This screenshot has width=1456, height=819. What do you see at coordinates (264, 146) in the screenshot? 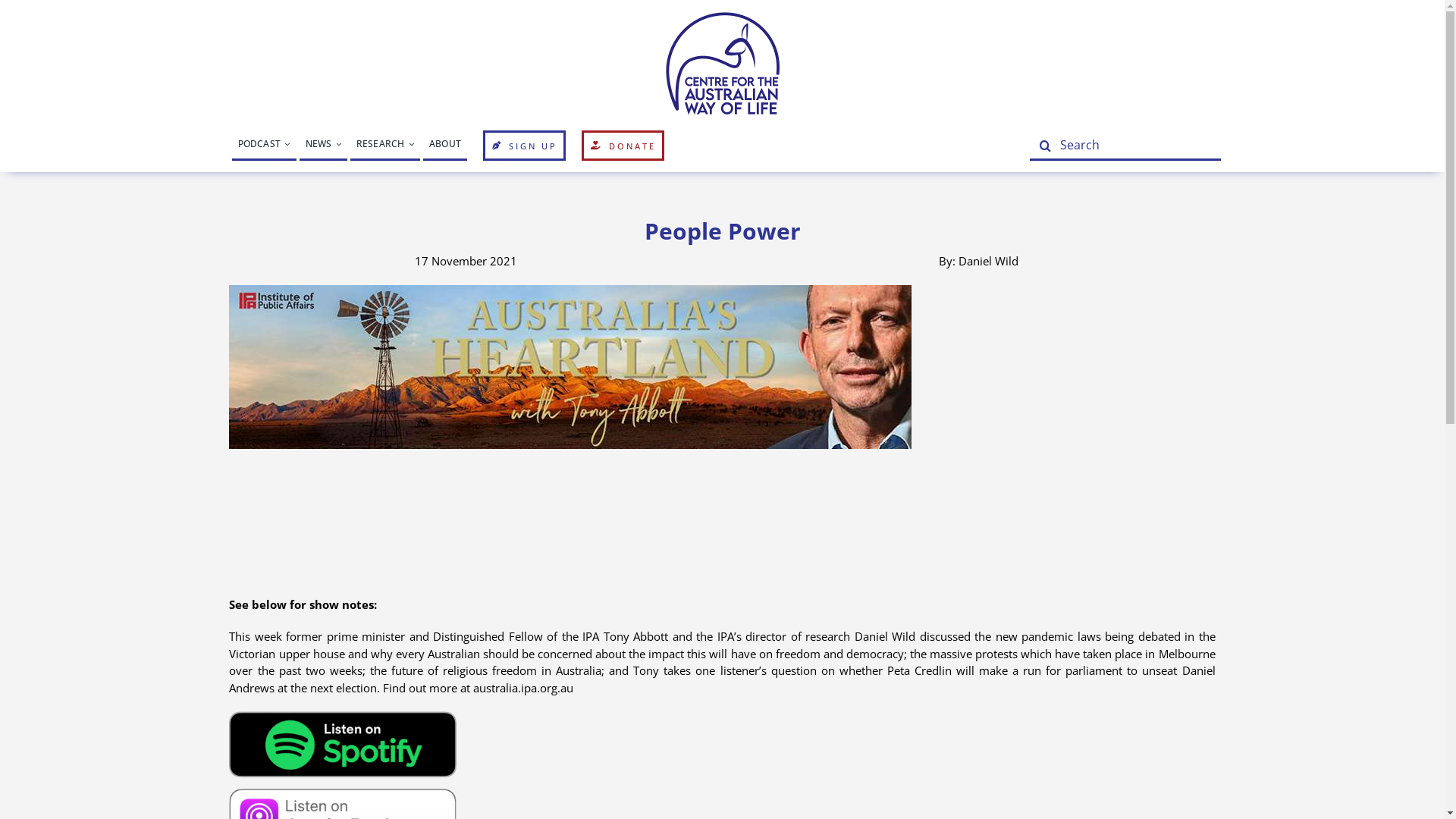
I see `'PODCAST'` at bounding box center [264, 146].